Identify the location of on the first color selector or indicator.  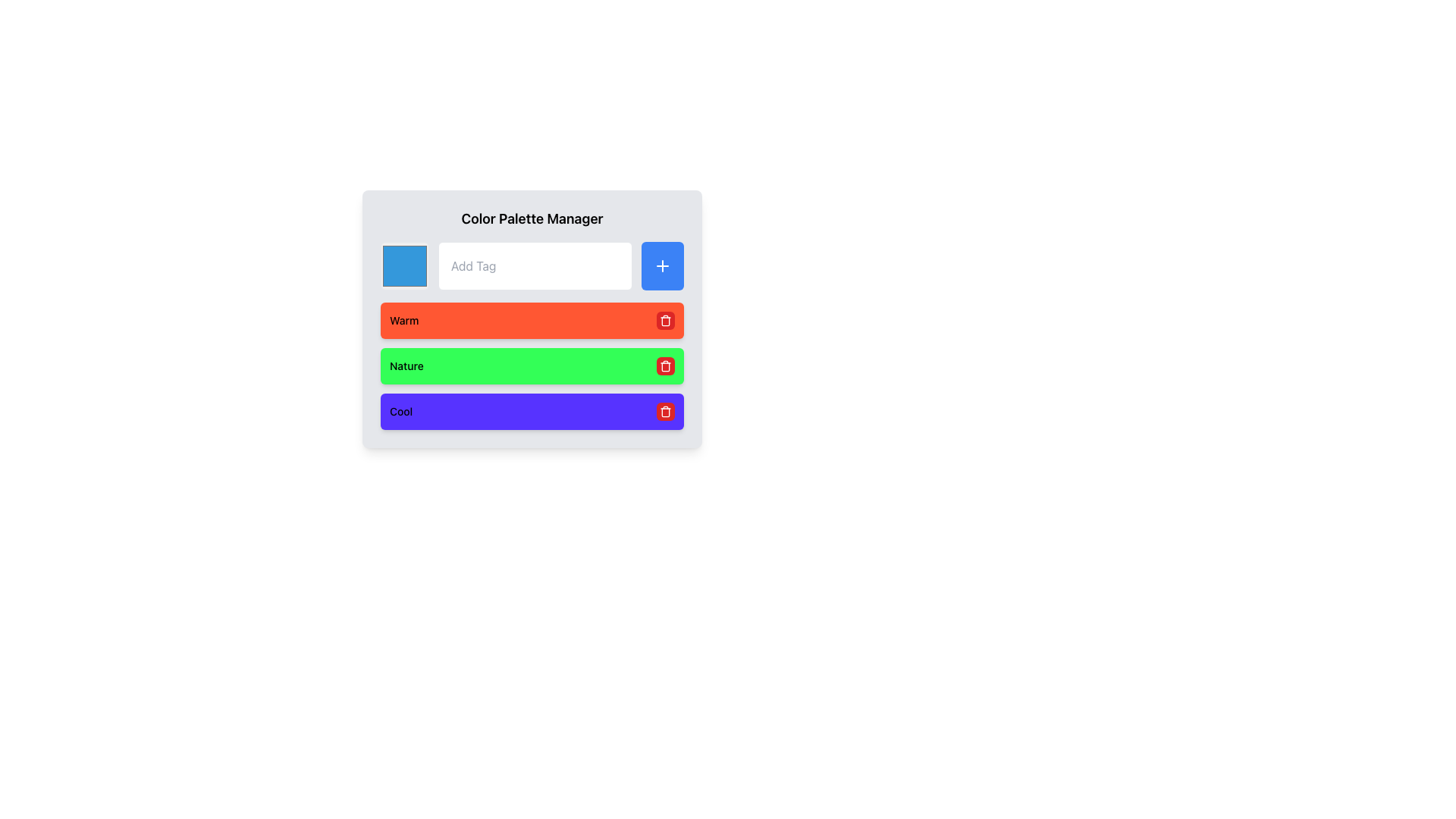
(404, 265).